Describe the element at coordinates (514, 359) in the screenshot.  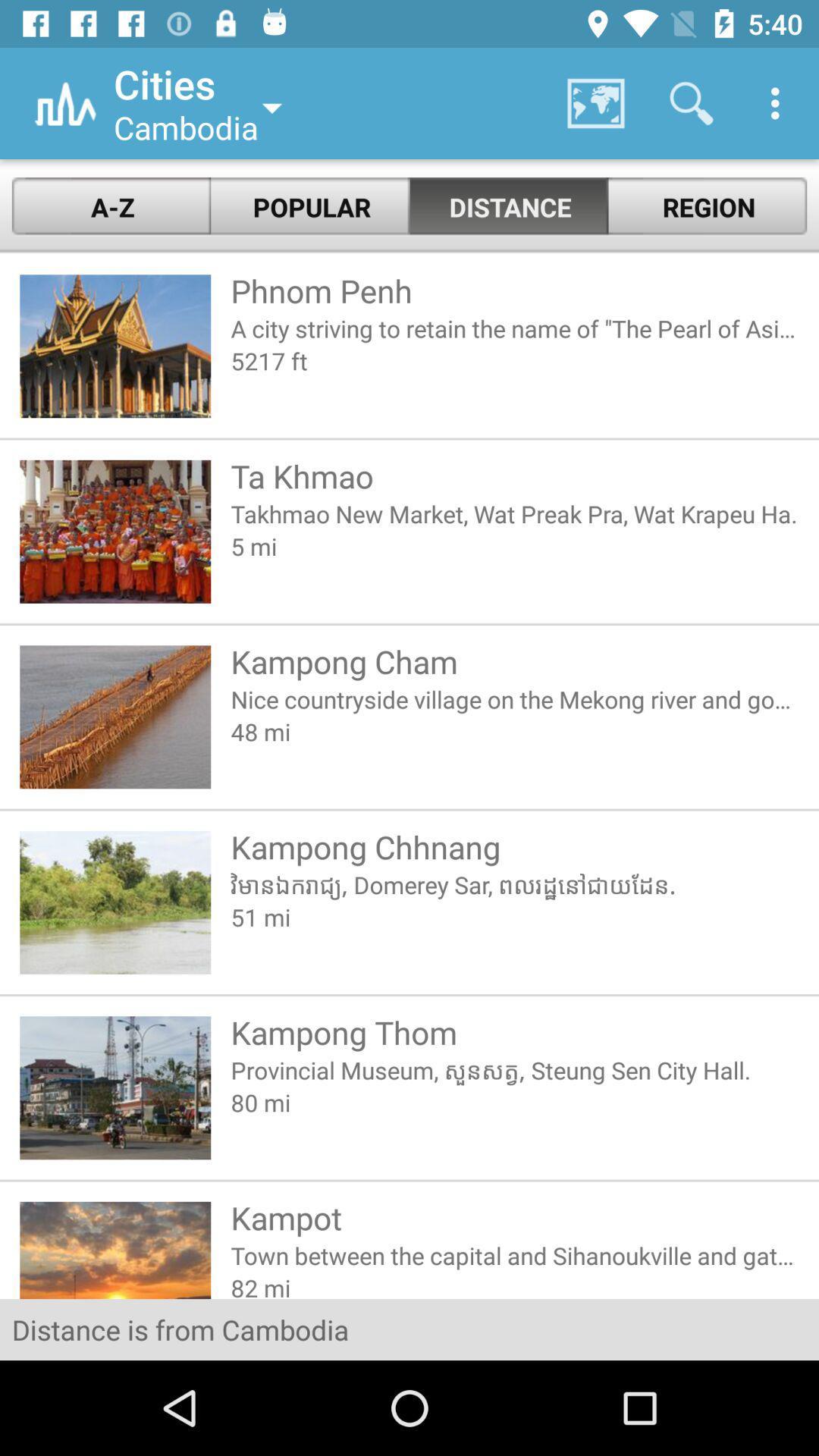
I see `the 5217 ft` at that location.